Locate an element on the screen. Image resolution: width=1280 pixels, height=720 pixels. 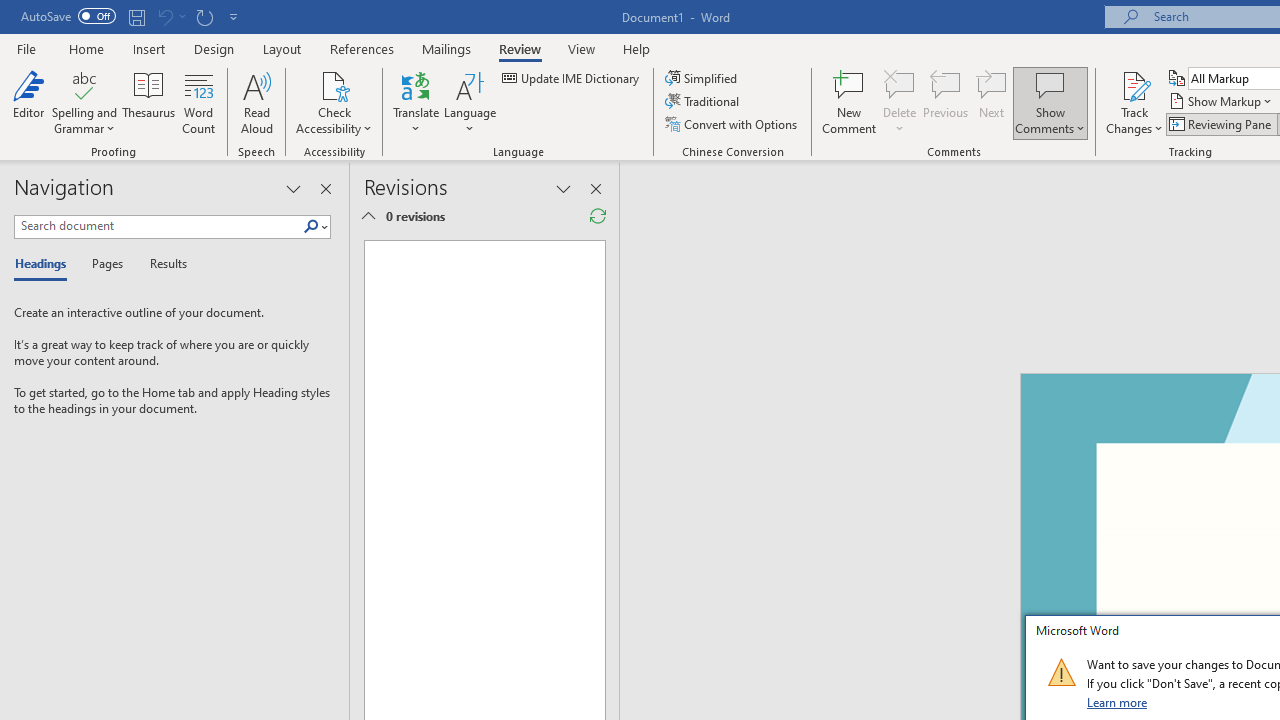
'Spelling and Grammar' is located at coordinates (84, 84).